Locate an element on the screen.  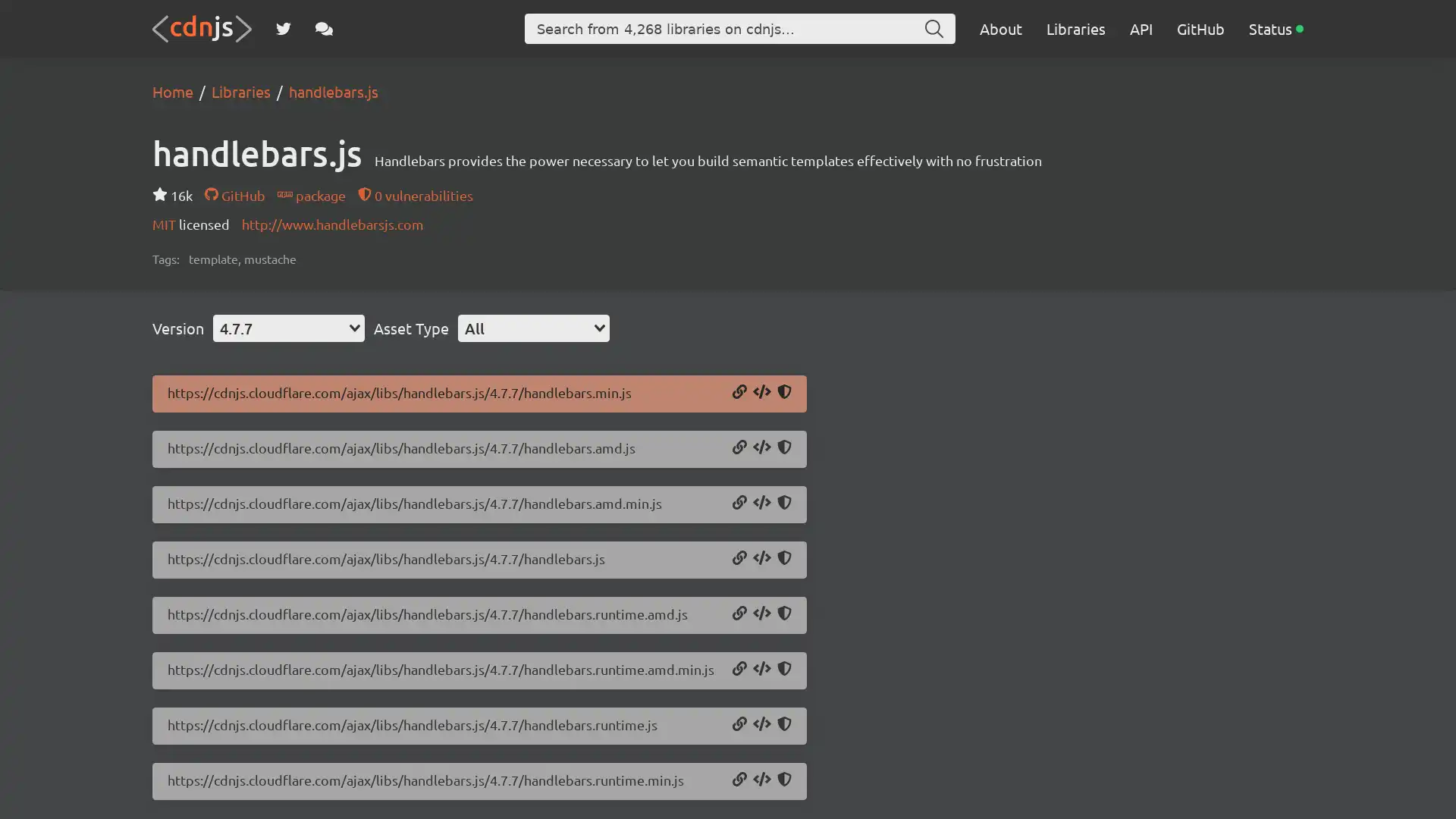
Copy URL is located at coordinates (739, 614).